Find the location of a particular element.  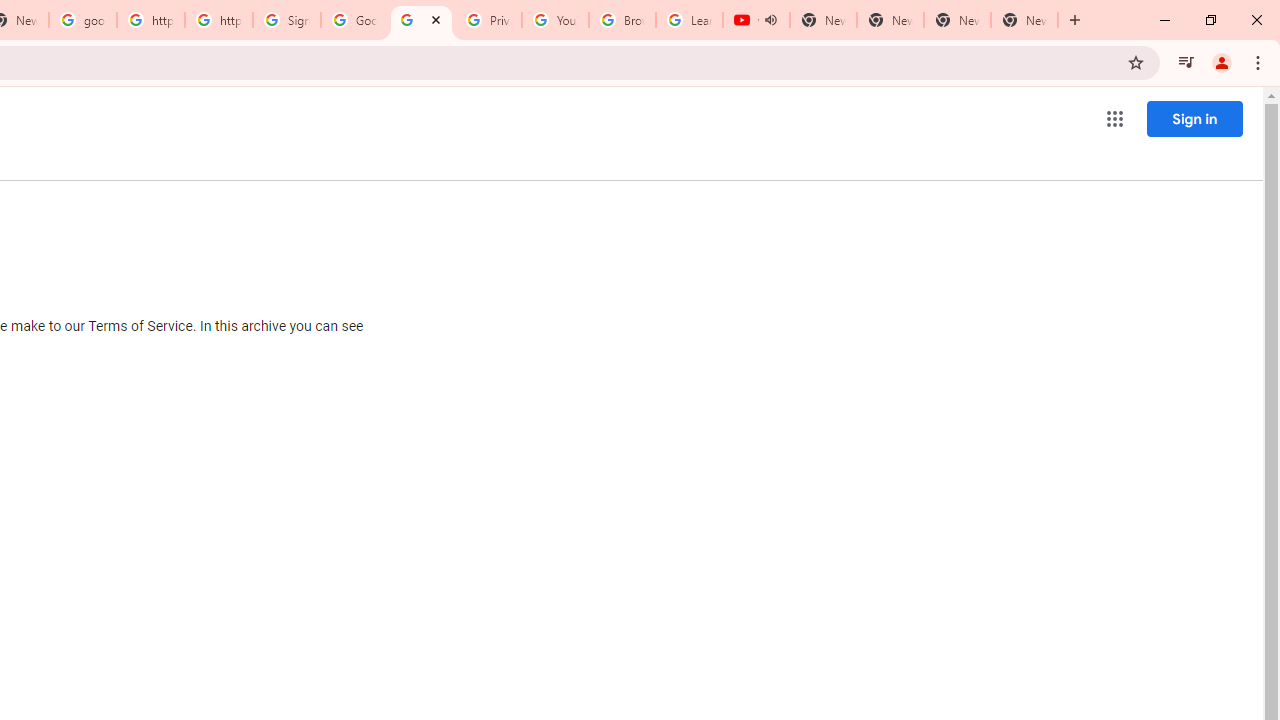

'Chrome' is located at coordinates (1259, 61).